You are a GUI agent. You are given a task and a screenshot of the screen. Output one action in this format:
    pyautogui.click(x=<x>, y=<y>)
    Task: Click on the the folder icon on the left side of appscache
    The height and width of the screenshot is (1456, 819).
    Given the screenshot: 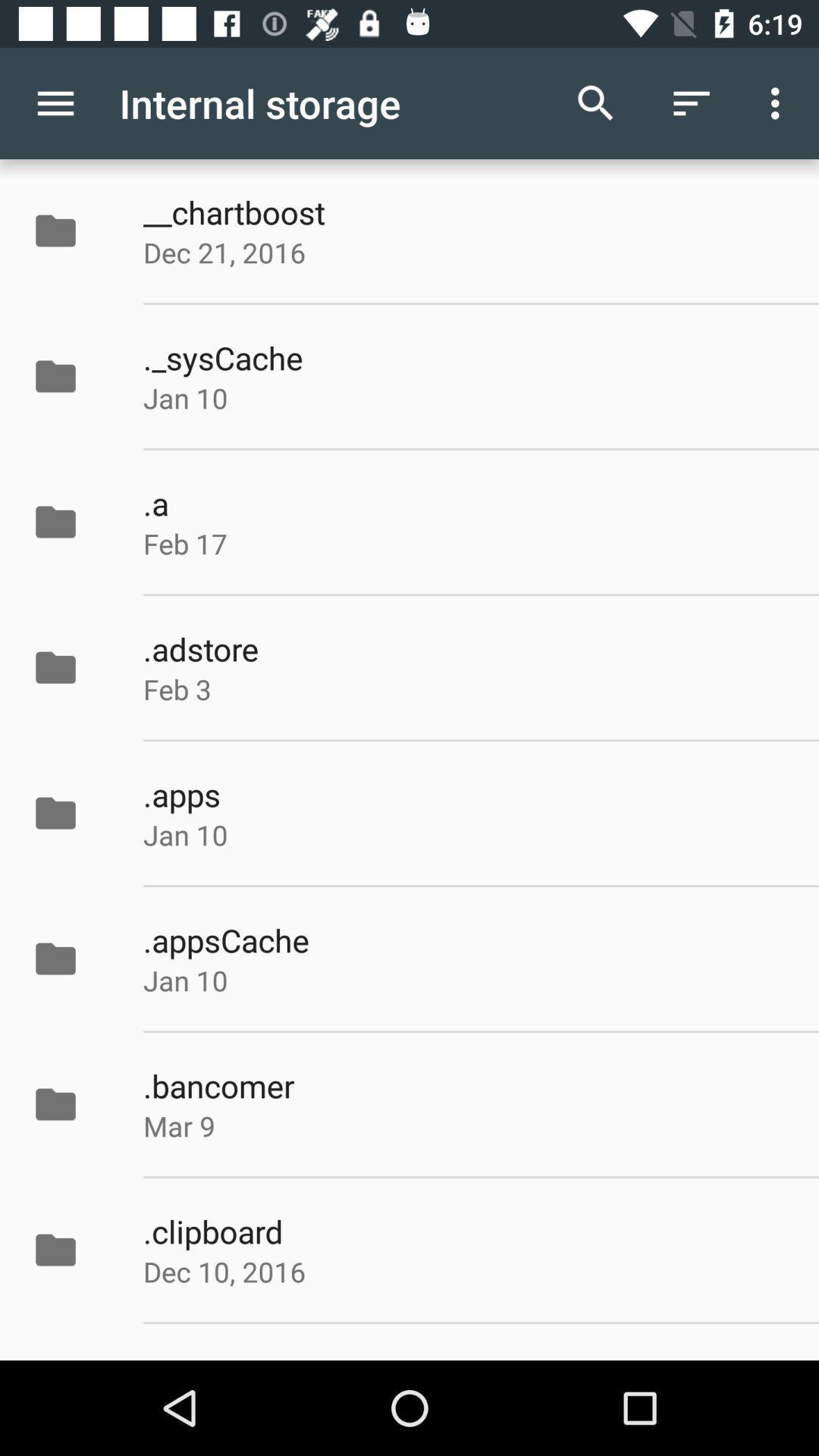 What is the action you would take?
    pyautogui.click(x=71, y=958)
    